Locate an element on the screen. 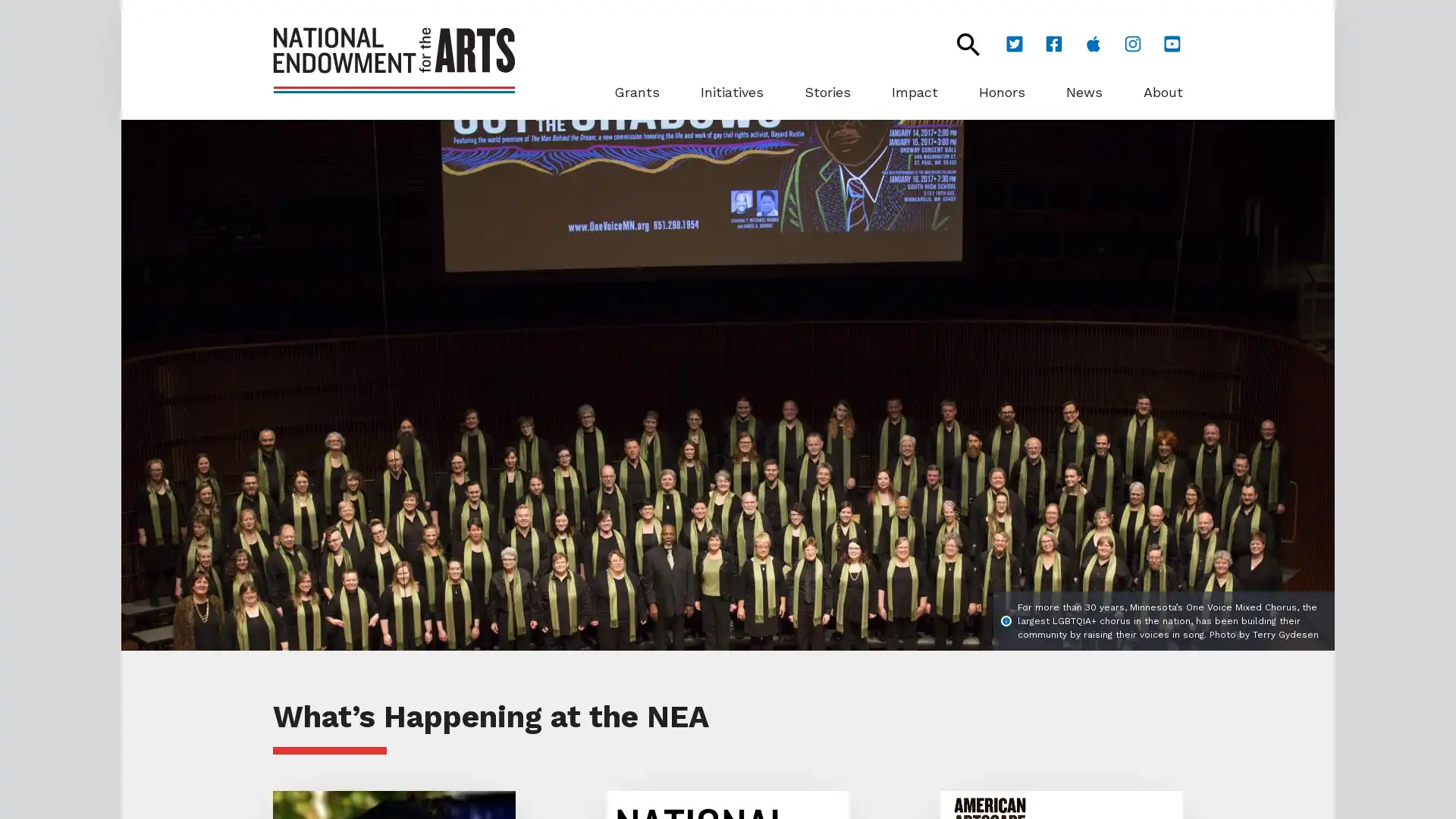 Image resolution: width=1456 pixels, height=819 pixels. Close Search is located at coordinates (959, 43).